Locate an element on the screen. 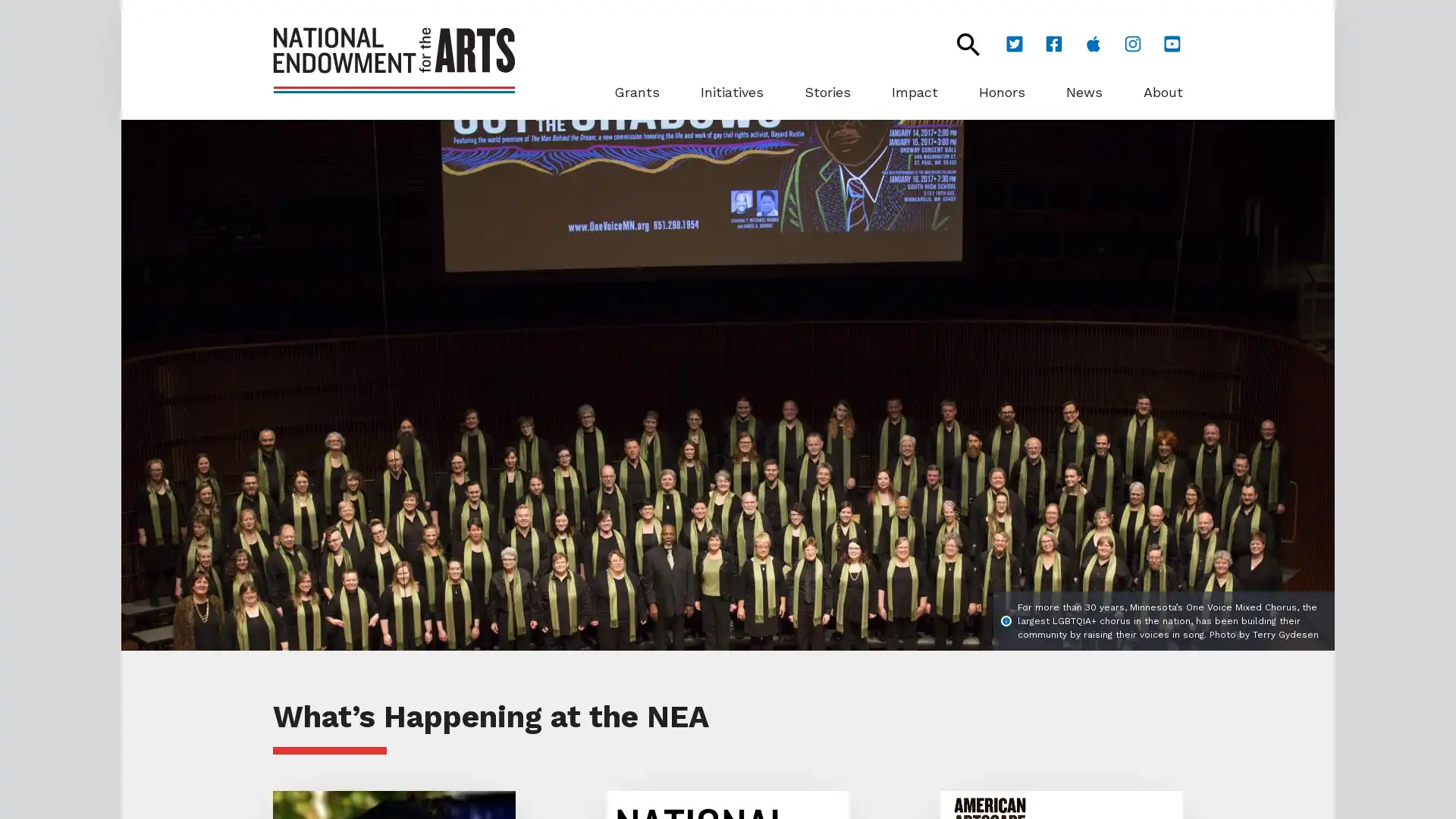 Image resolution: width=1456 pixels, height=819 pixels. Close Search is located at coordinates (959, 43).